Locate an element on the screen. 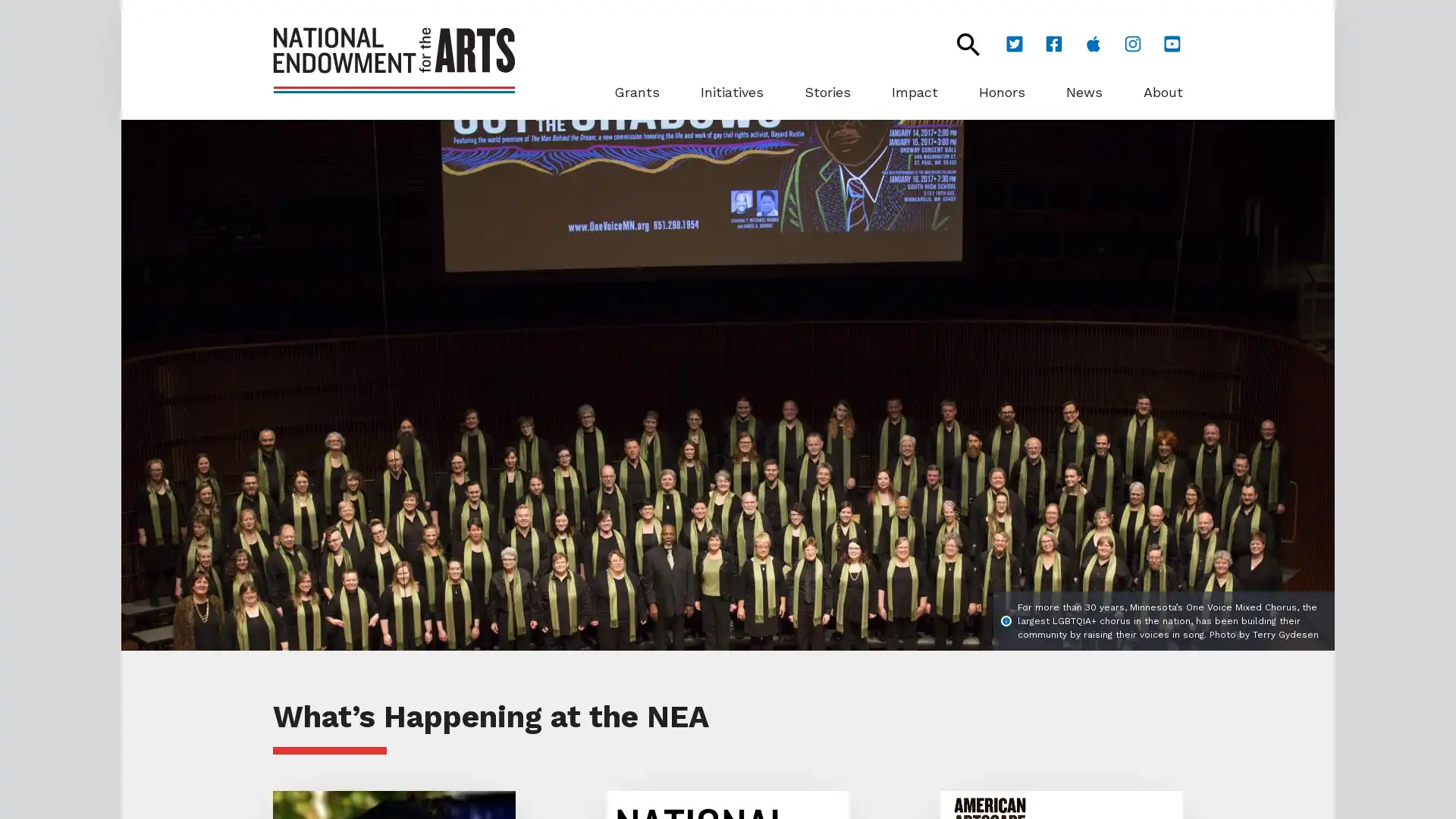 Image resolution: width=1456 pixels, height=819 pixels. Close Search is located at coordinates (959, 43).